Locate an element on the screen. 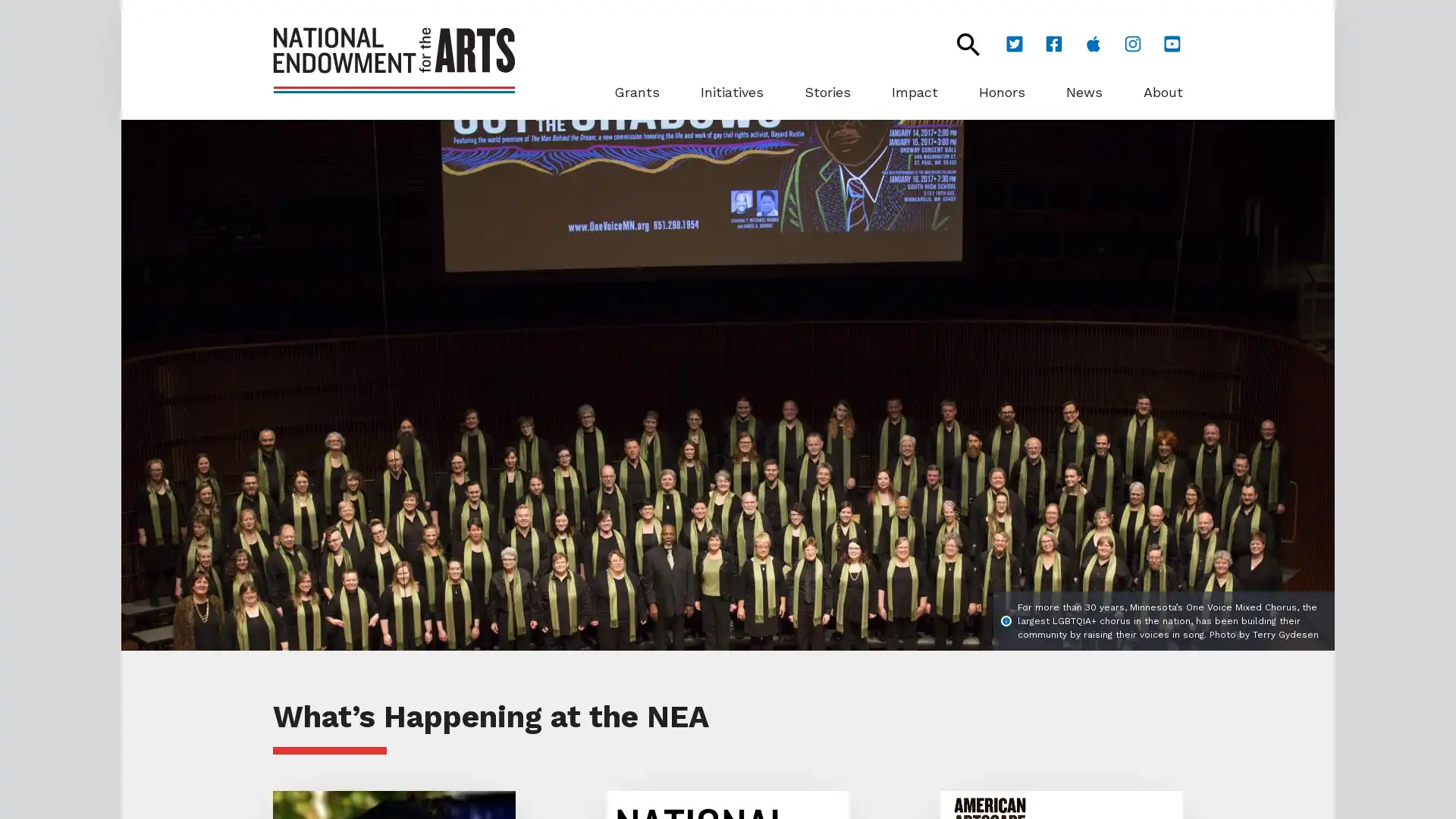 Image resolution: width=1456 pixels, height=819 pixels. Close Search is located at coordinates (959, 43).